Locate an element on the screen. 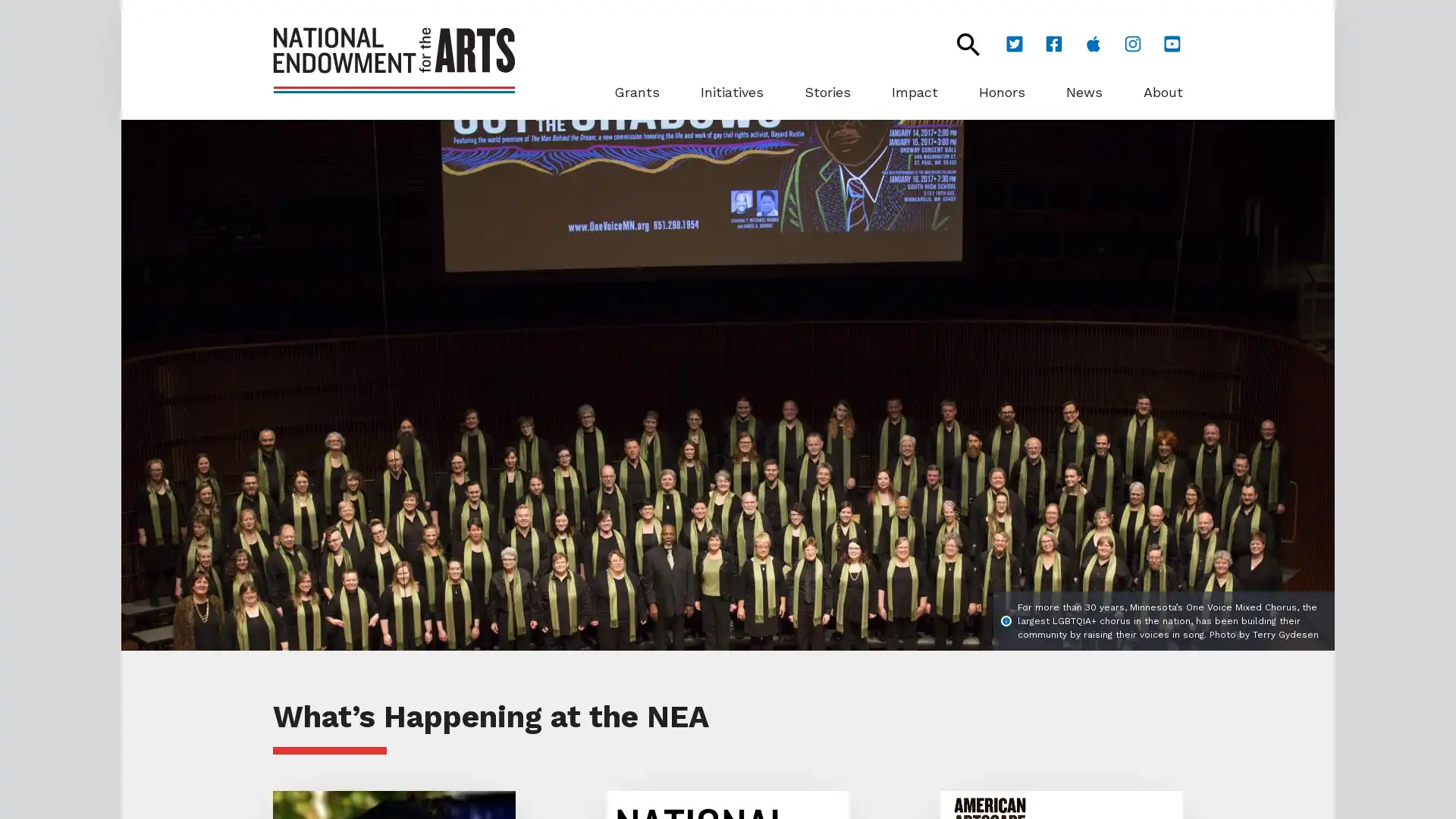 Image resolution: width=1456 pixels, height=819 pixels. Close Search is located at coordinates (959, 43).